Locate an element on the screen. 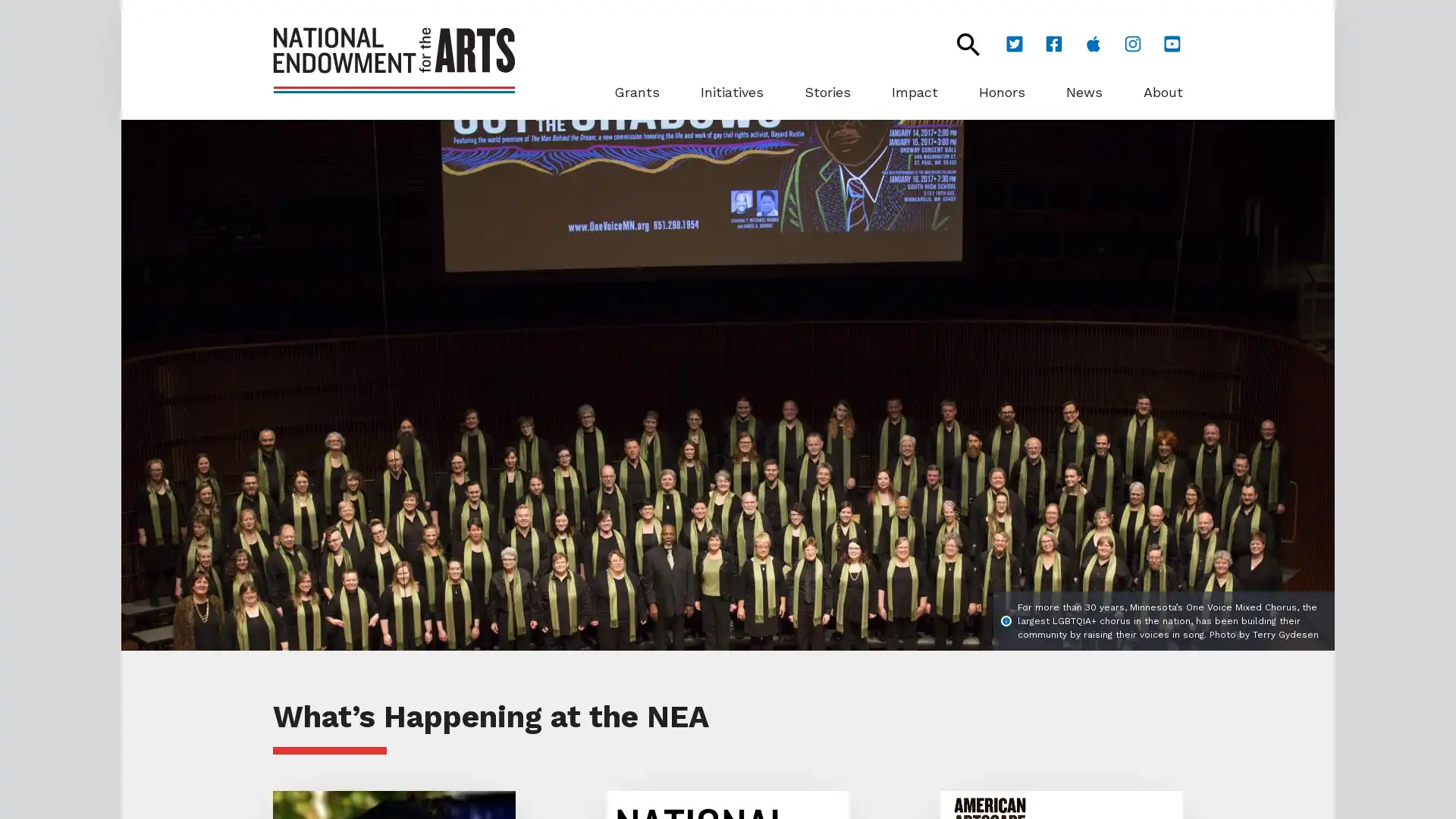 Image resolution: width=1456 pixels, height=819 pixels. Close Search is located at coordinates (959, 43).